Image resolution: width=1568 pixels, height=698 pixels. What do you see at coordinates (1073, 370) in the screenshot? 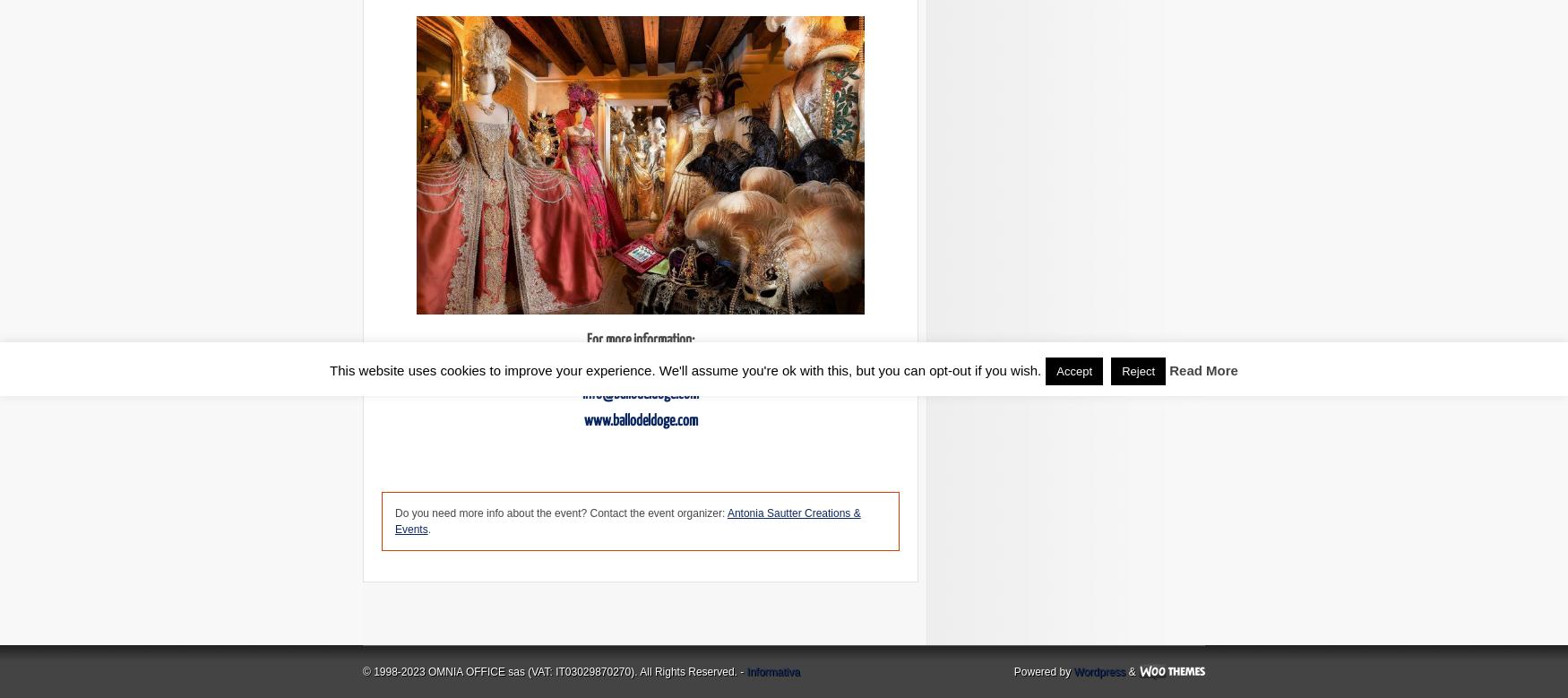
I see `'Accept'` at bounding box center [1073, 370].